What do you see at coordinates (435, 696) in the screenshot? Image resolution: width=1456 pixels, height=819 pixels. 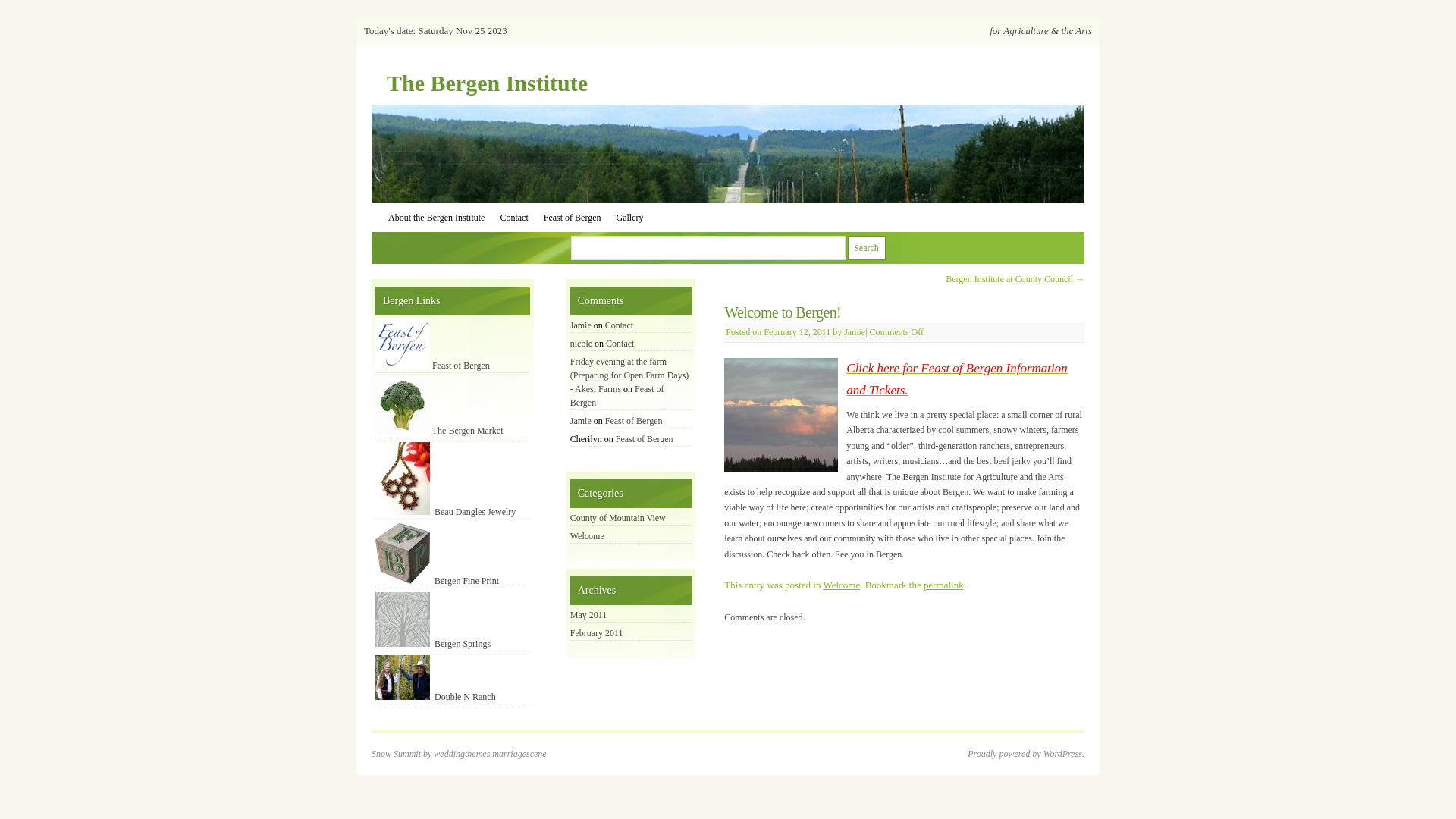 I see `' Double N Ranch'` at bounding box center [435, 696].